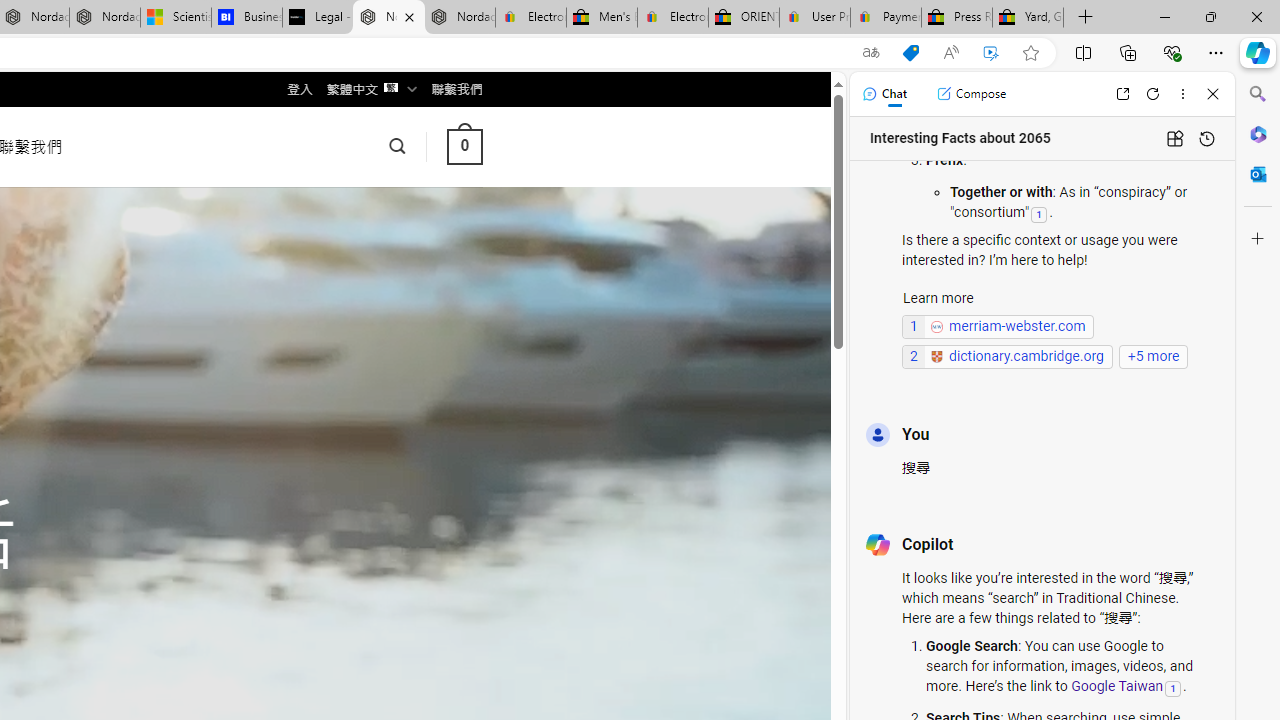 The width and height of the screenshot is (1280, 720). What do you see at coordinates (463, 145) in the screenshot?
I see `'  0  '` at bounding box center [463, 145].